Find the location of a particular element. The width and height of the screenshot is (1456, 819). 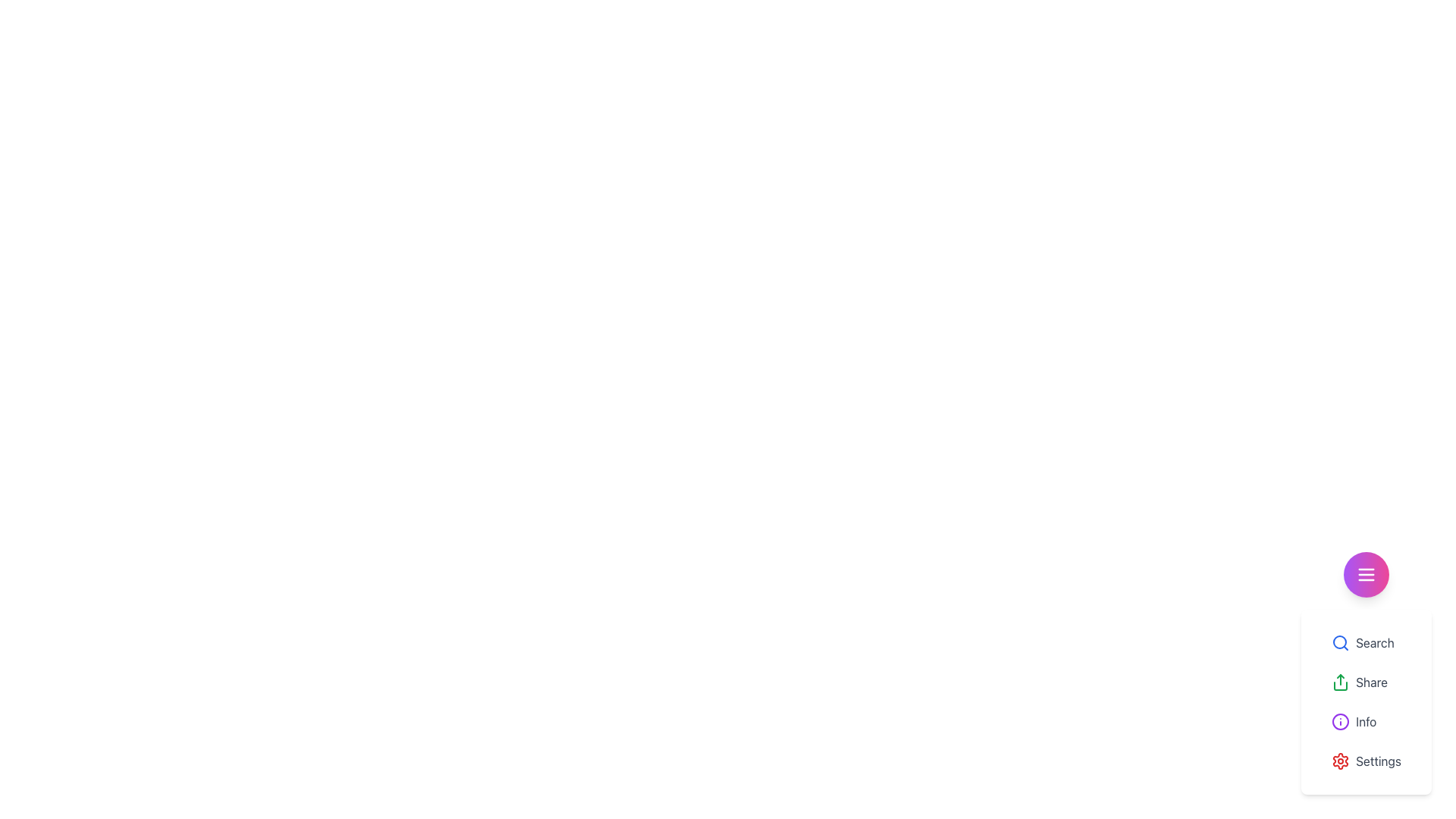

the navigation icon, which consists of three parallel horizontal lines, located at the center of a circular button with a gradient purple-to-pink background is located at coordinates (1367, 575).